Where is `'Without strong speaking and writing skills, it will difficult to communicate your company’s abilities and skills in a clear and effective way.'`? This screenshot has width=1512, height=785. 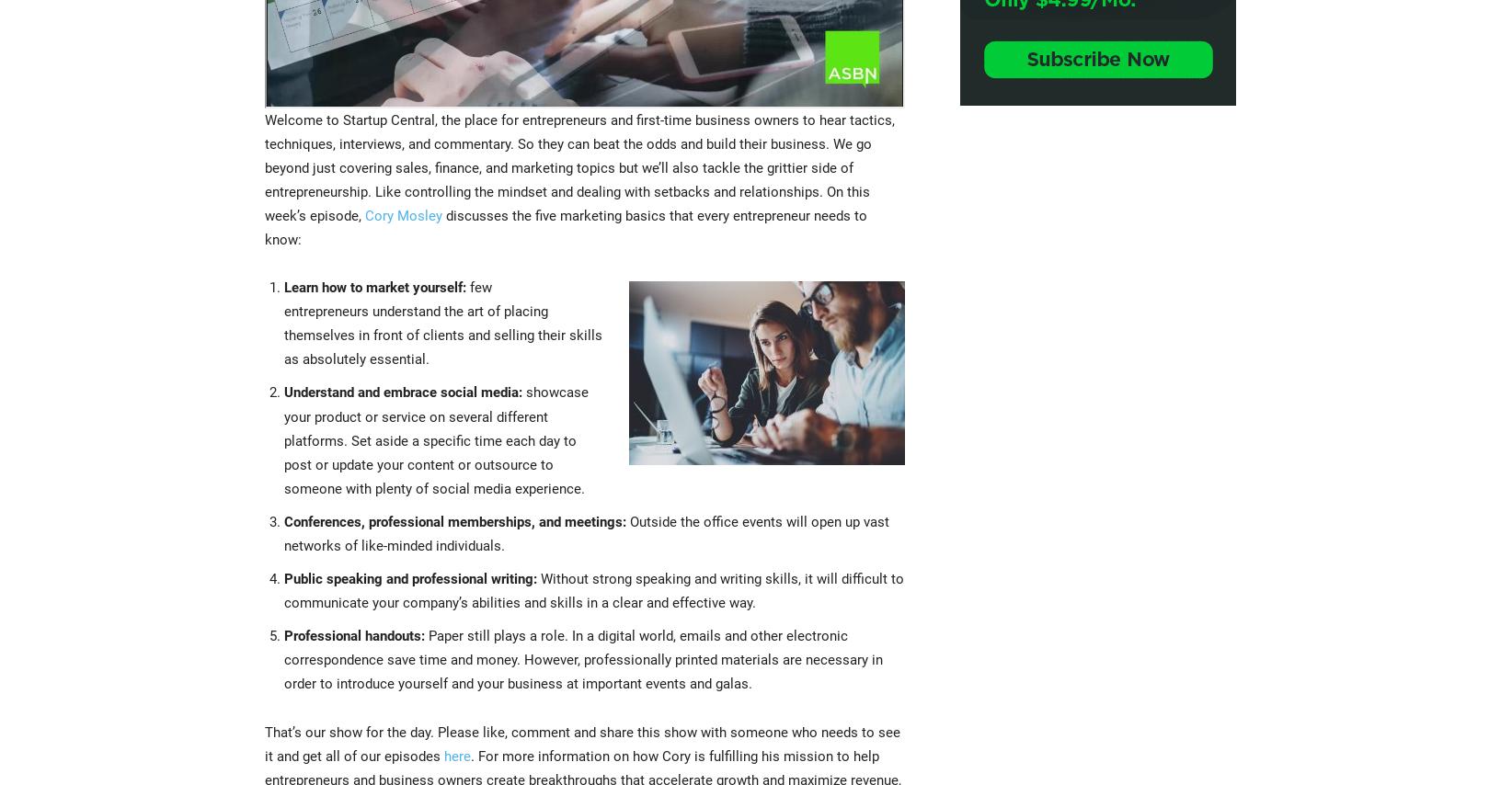 'Without strong speaking and writing skills, it will difficult to communicate your company’s abilities and skills in a clear and effective way.' is located at coordinates (593, 590).